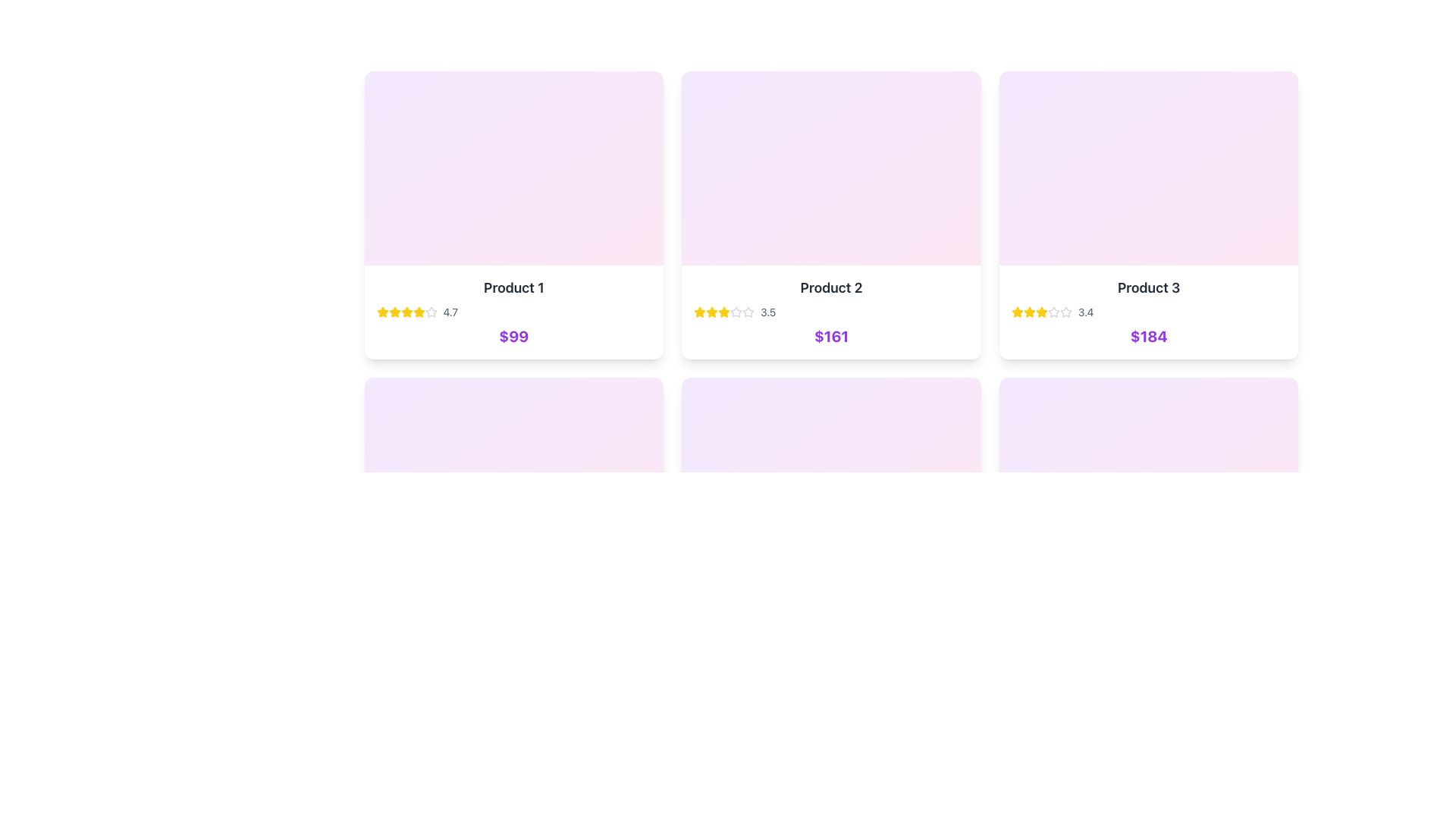 This screenshot has height=819, width=1456. I want to click on the fourth star rating icon of 'Product 3' located in the bottom-left corner of the product card, so click(1053, 311).